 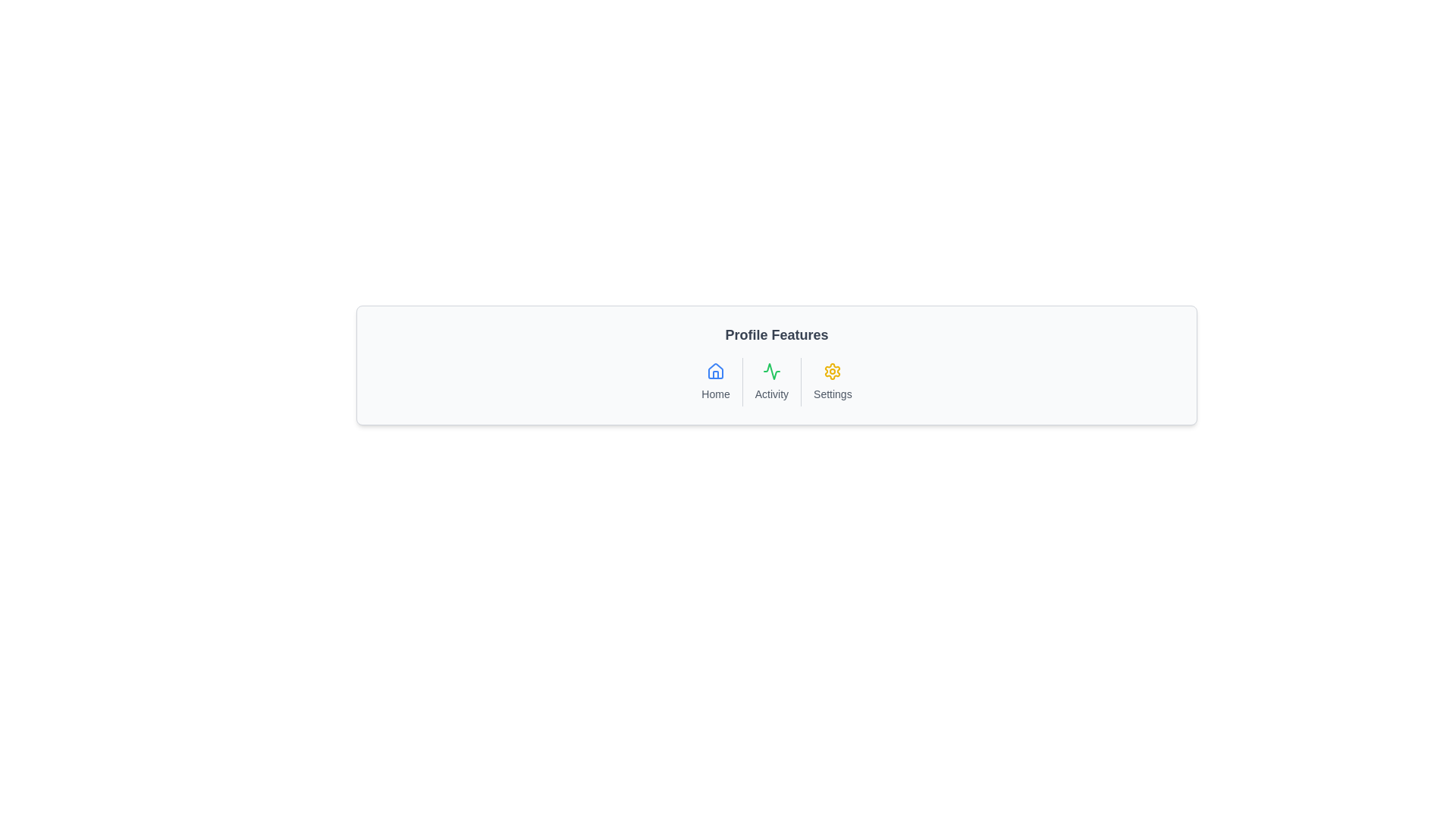 What do you see at coordinates (715, 371) in the screenshot?
I see `the 'Home' icon, which is the first element in the 'Profile Features' row, leading to the dashboard or main menu` at bounding box center [715, 371].